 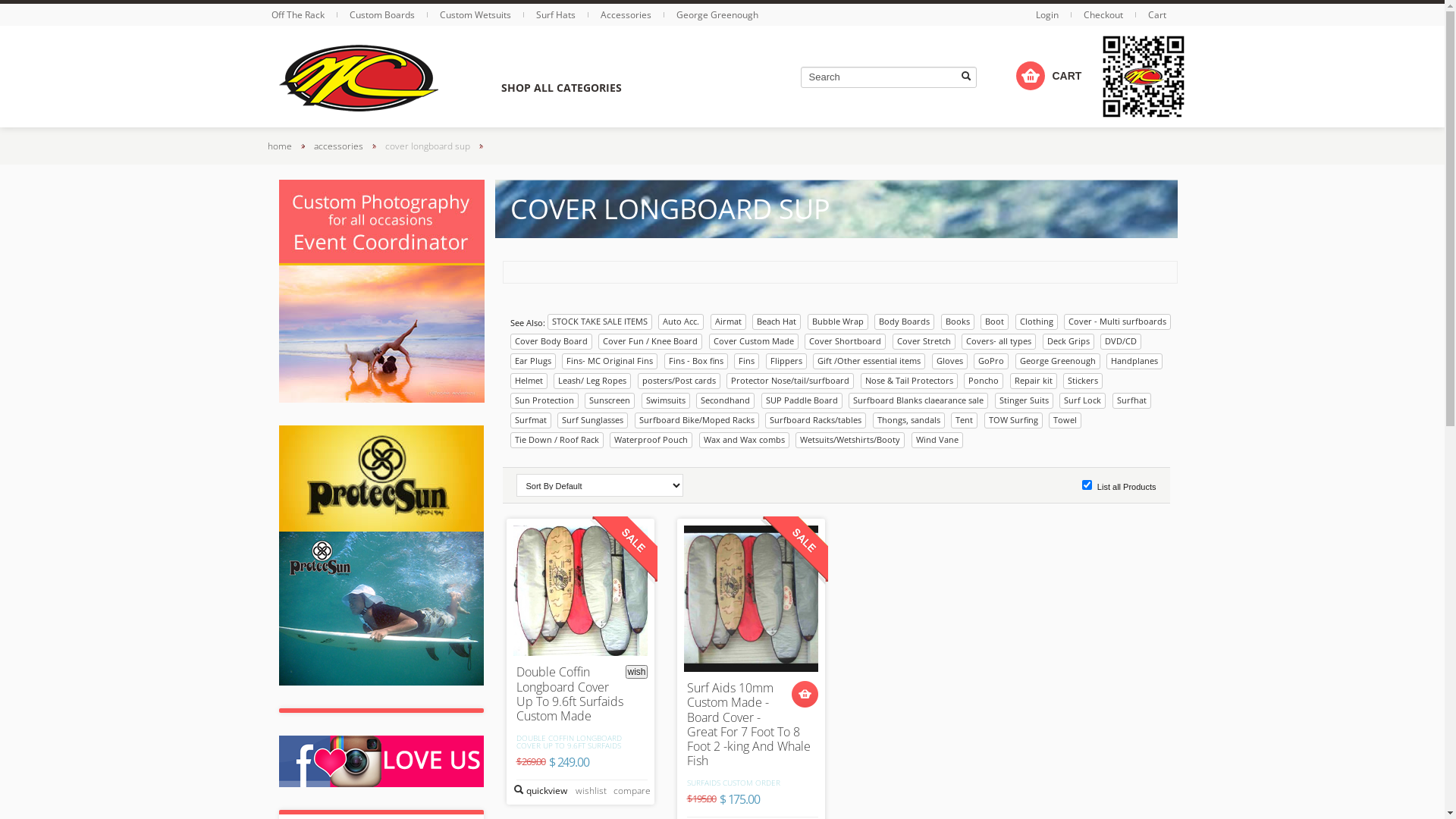 I want to click on 'Cover Shortboard', so click(x=844, y=341).